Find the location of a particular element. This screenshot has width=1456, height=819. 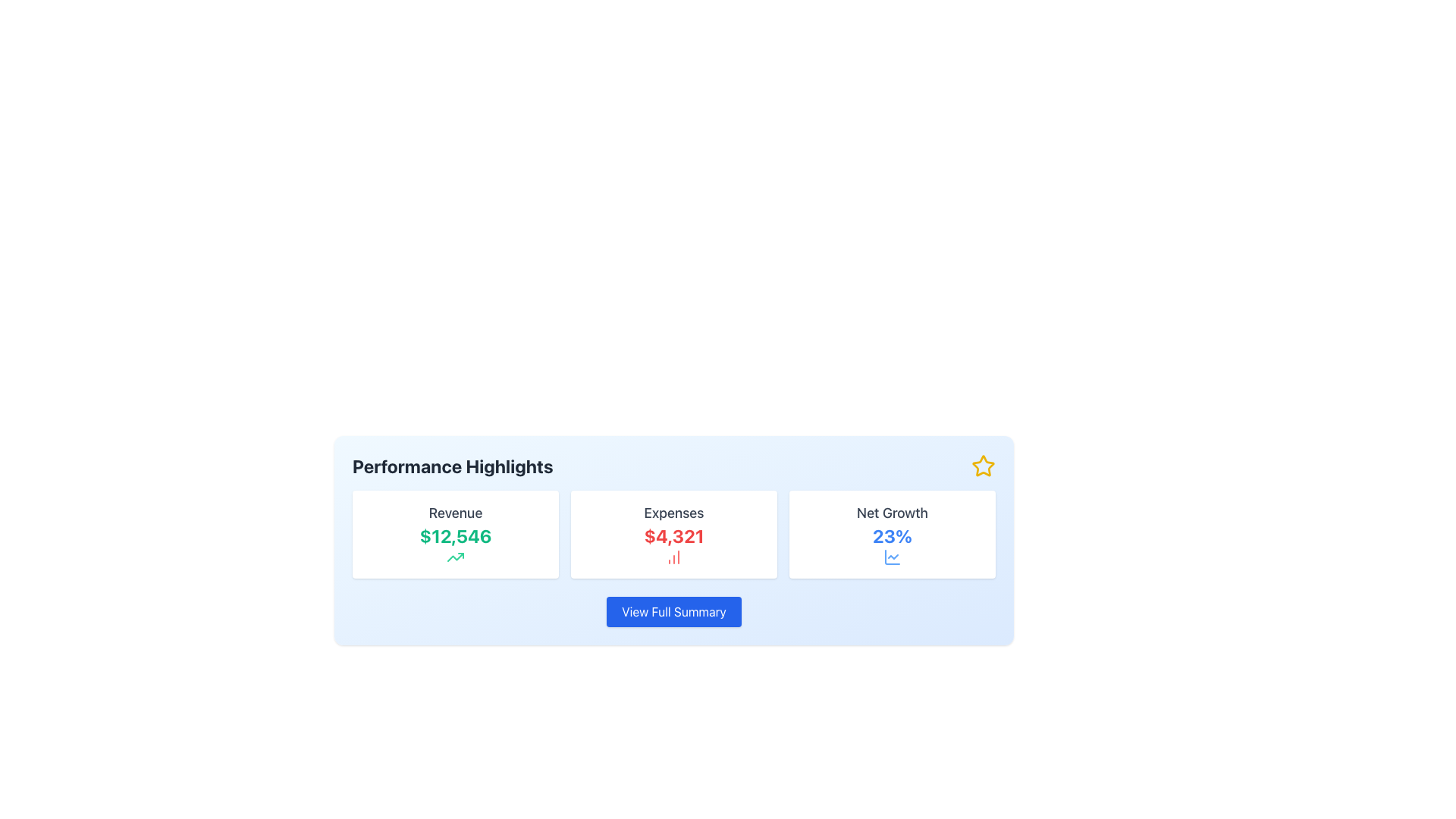

the information card displaying the net growth value ('23%') which is located in the rightmost column of a set of three horizontally aligned cards is located at coordinates (892, 534).